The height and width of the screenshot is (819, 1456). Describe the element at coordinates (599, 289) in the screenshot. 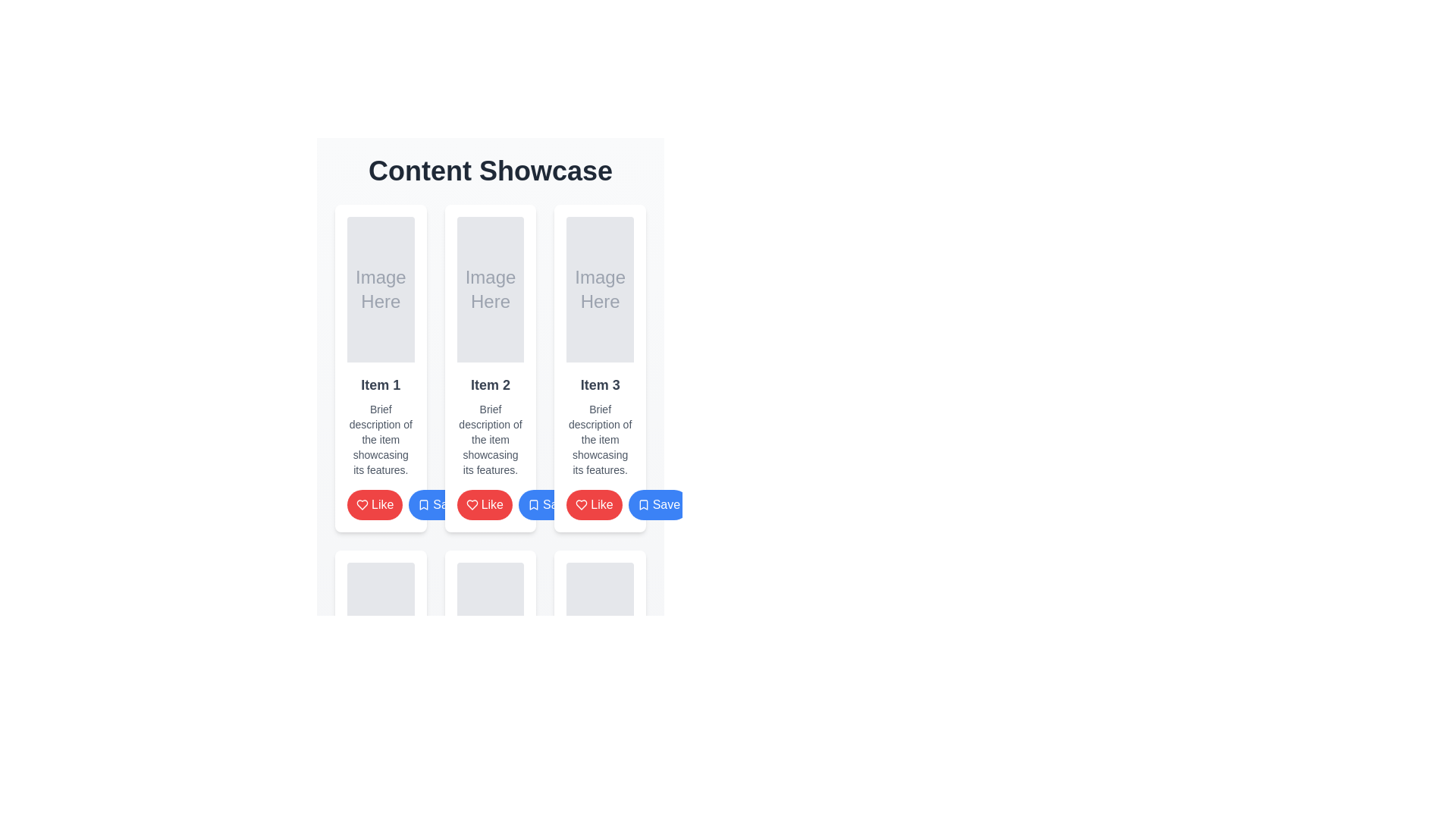

I see `the Image Placeholder element with the text 'Image Here' located at the top of the card labeled 'Item 3'` at that location.